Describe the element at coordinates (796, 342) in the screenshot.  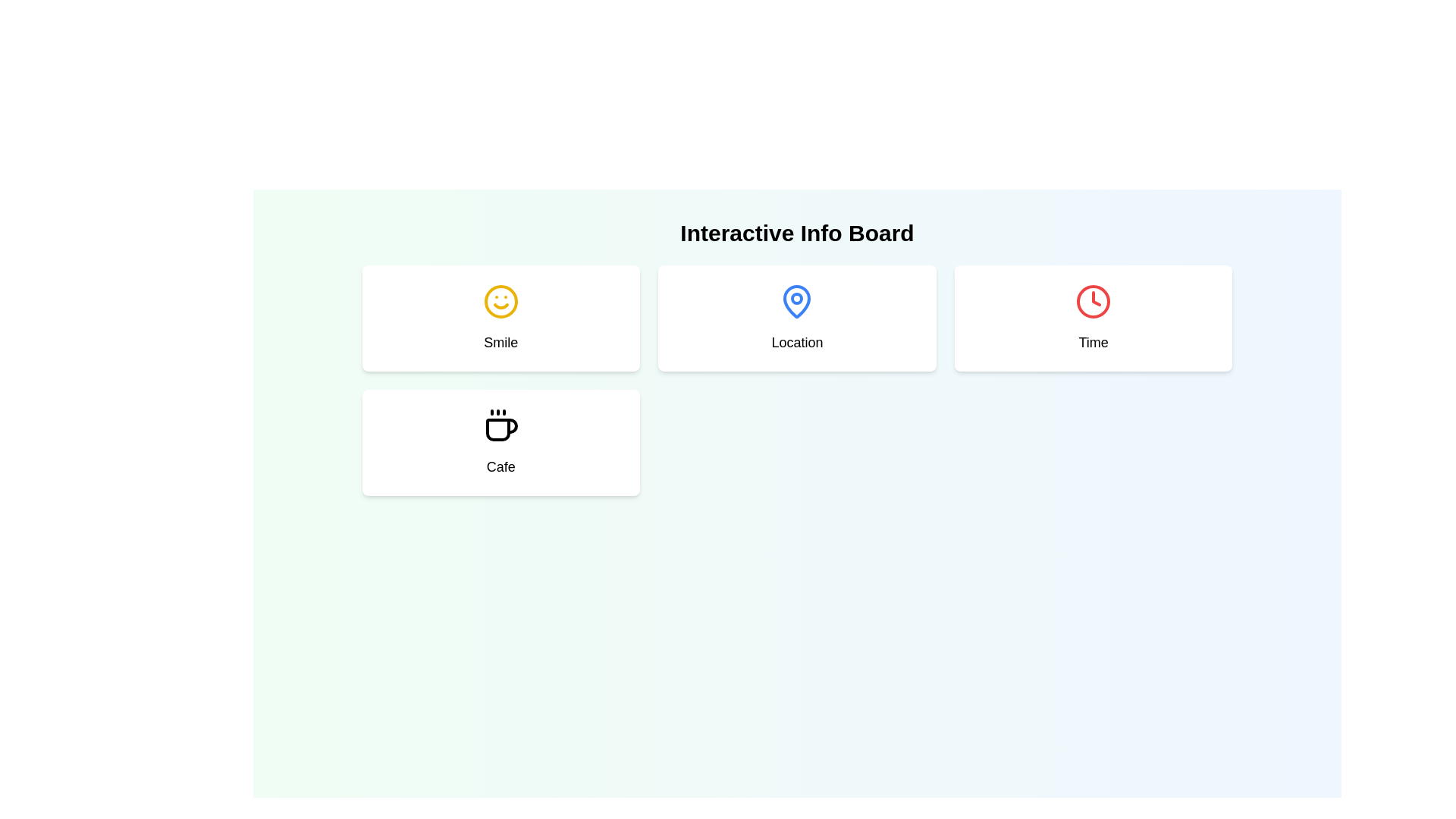
I see `the text label displaying 'Location', which is positioned centrally beneath the map pin icon in the second column of the top row in the card grid` at that location.